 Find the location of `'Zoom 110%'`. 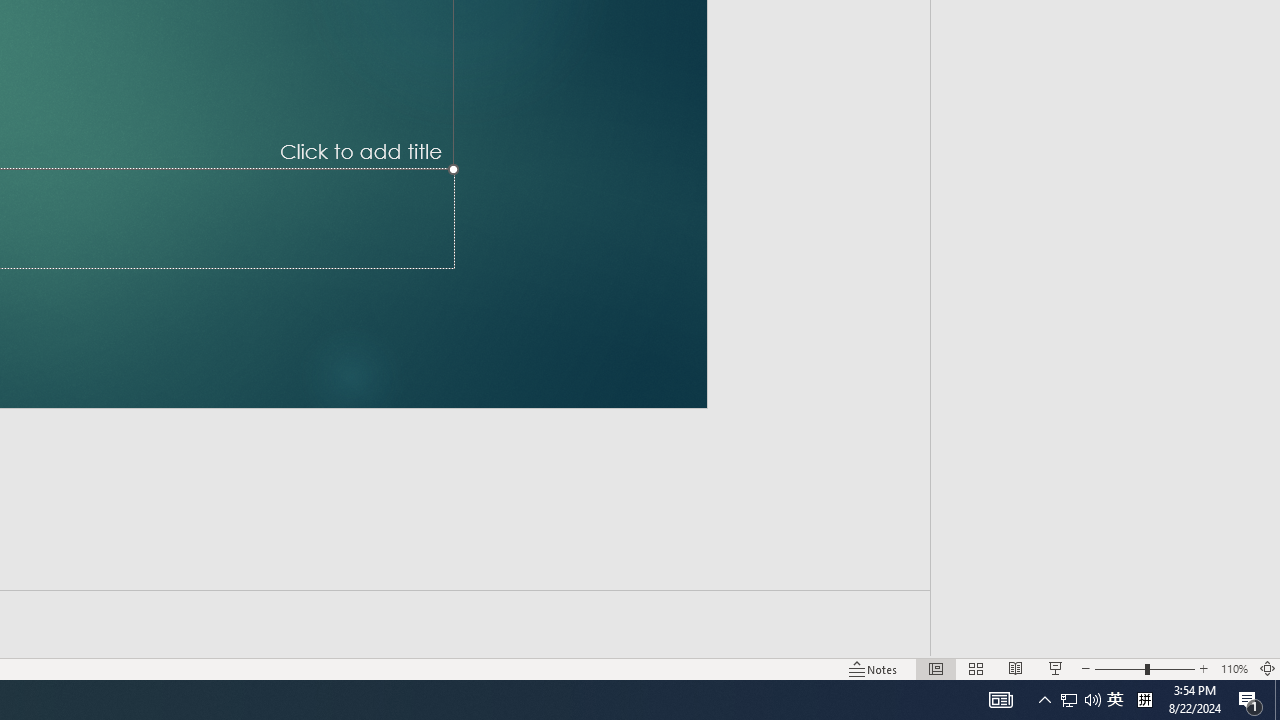

'Zoom 110%' is located at coordinates (1233, 669).